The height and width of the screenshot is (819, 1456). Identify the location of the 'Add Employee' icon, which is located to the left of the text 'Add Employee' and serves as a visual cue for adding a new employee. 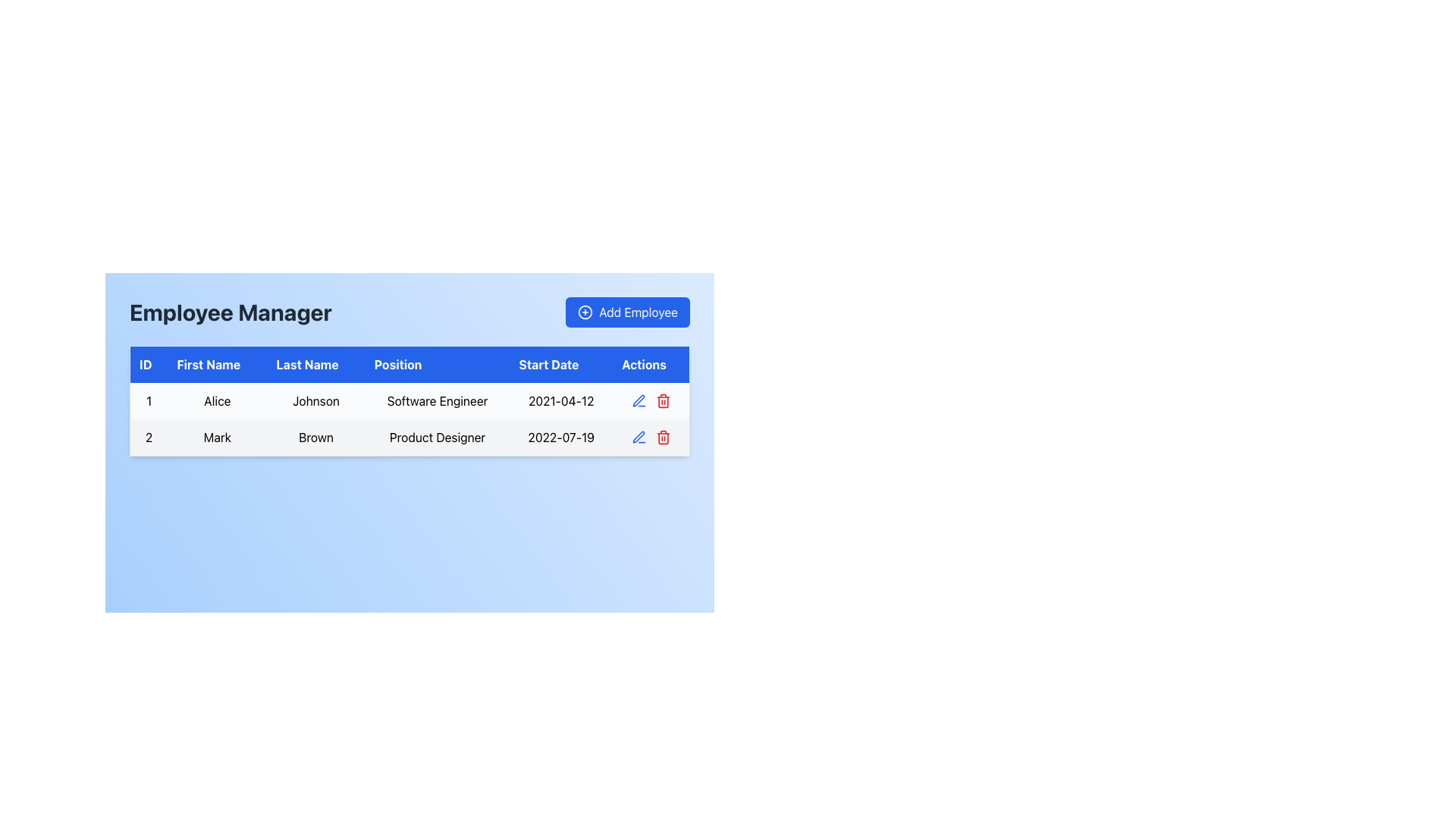
(585, 312).